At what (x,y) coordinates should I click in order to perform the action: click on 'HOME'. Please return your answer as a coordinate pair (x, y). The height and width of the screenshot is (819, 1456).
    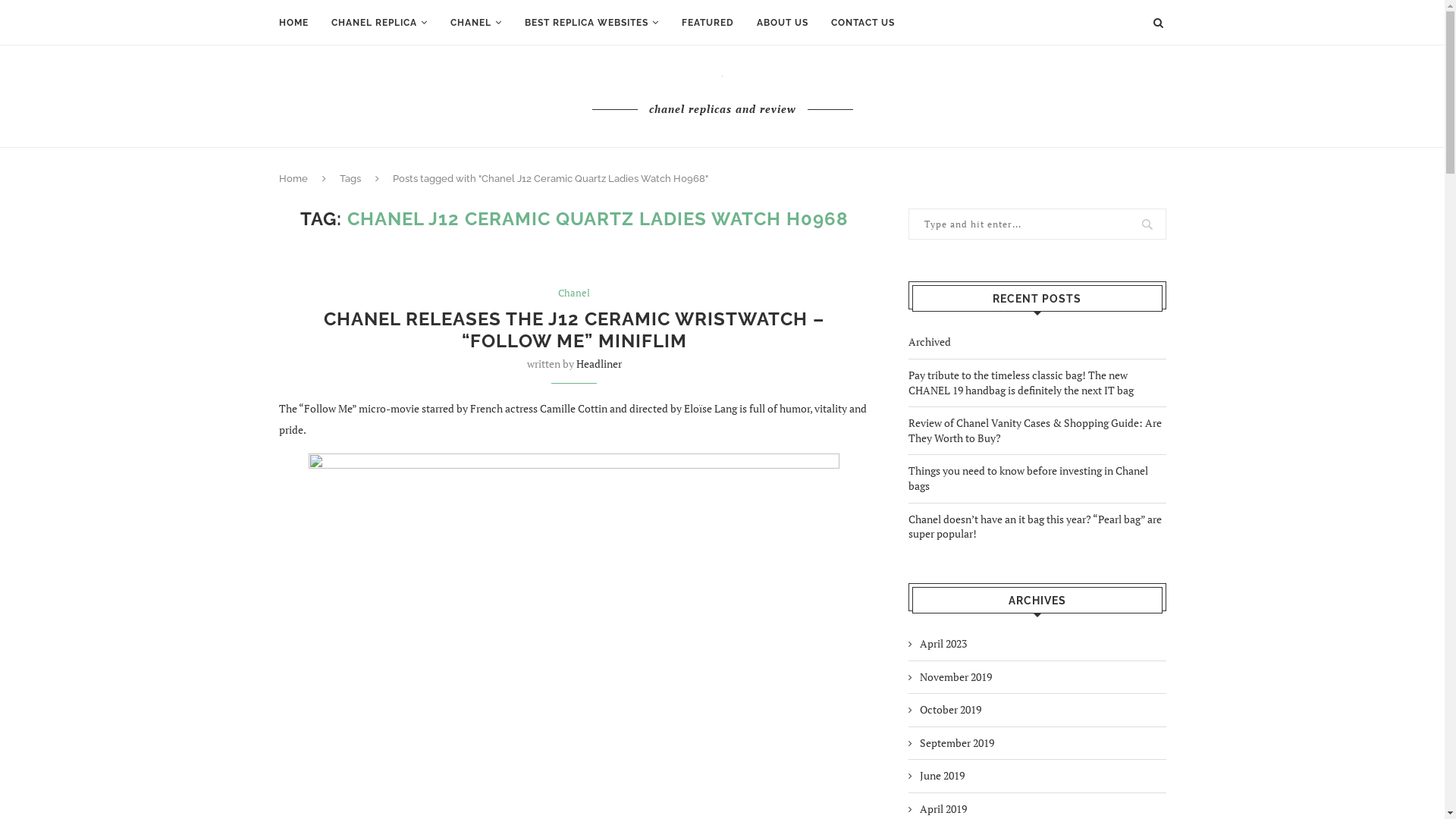
    Looking at the image, I should click on (293, 23).